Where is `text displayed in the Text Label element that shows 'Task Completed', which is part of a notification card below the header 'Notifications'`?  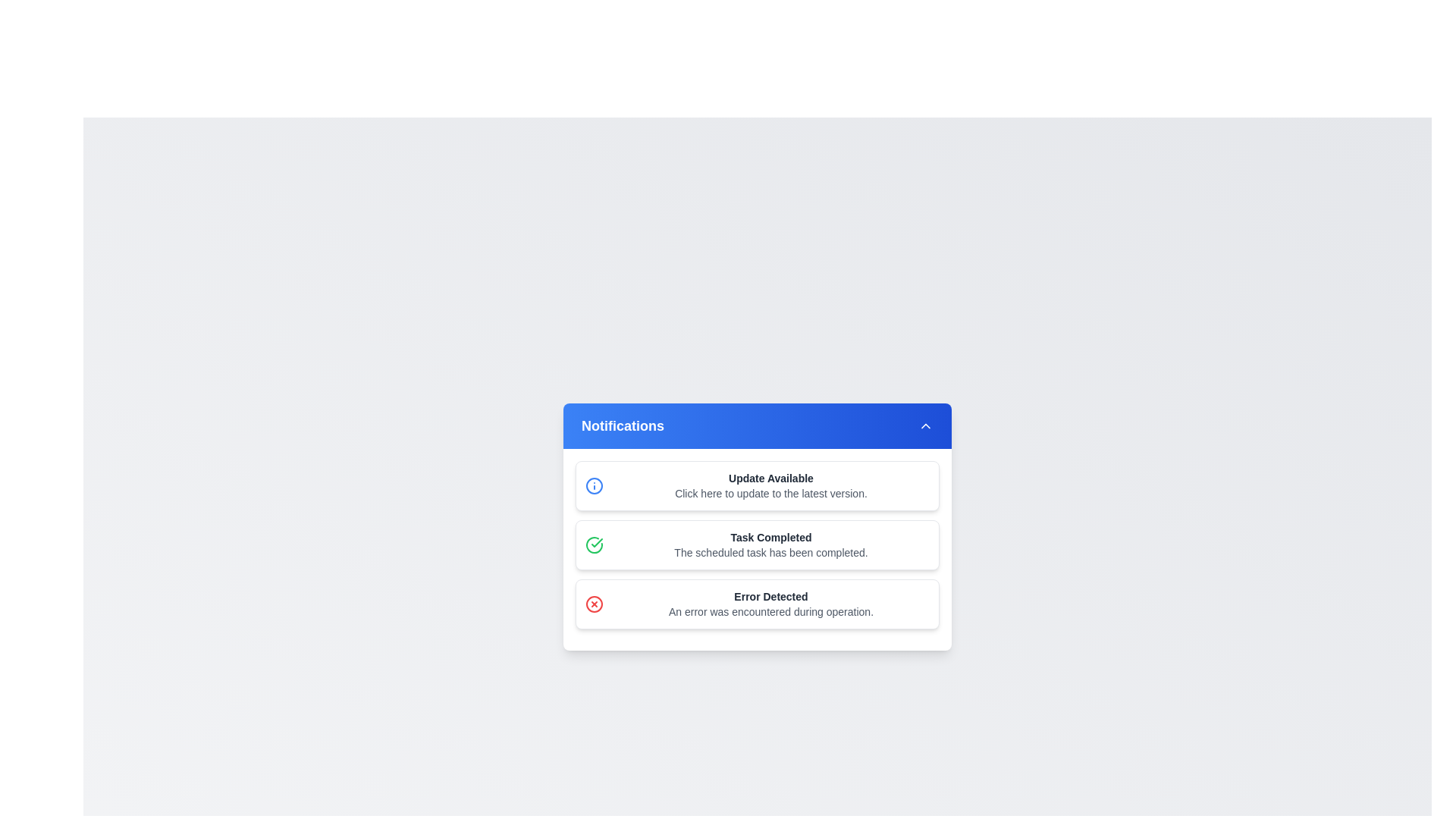
text displayed in the Text Label element that shows 'Task Completed', which is part of a notification card below the header 'Notifications' is located at coordinates (771, 537).